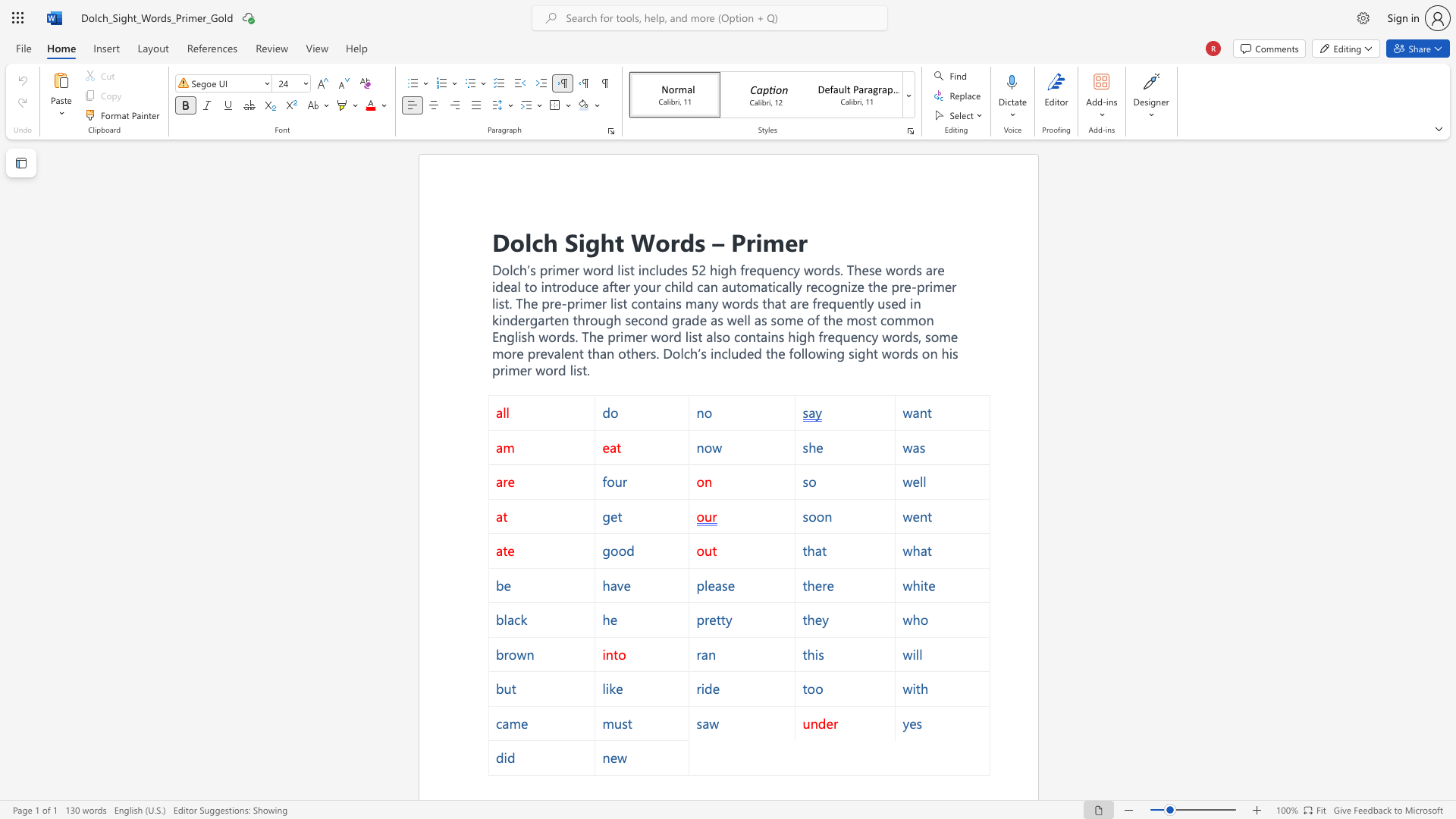  I want to click on the subset text "wing sight words on his primer word list." within the text "high frequency words, some more prevalent than others. Dolch’s included the following sight words on his primer word list.", so click(814, 353).